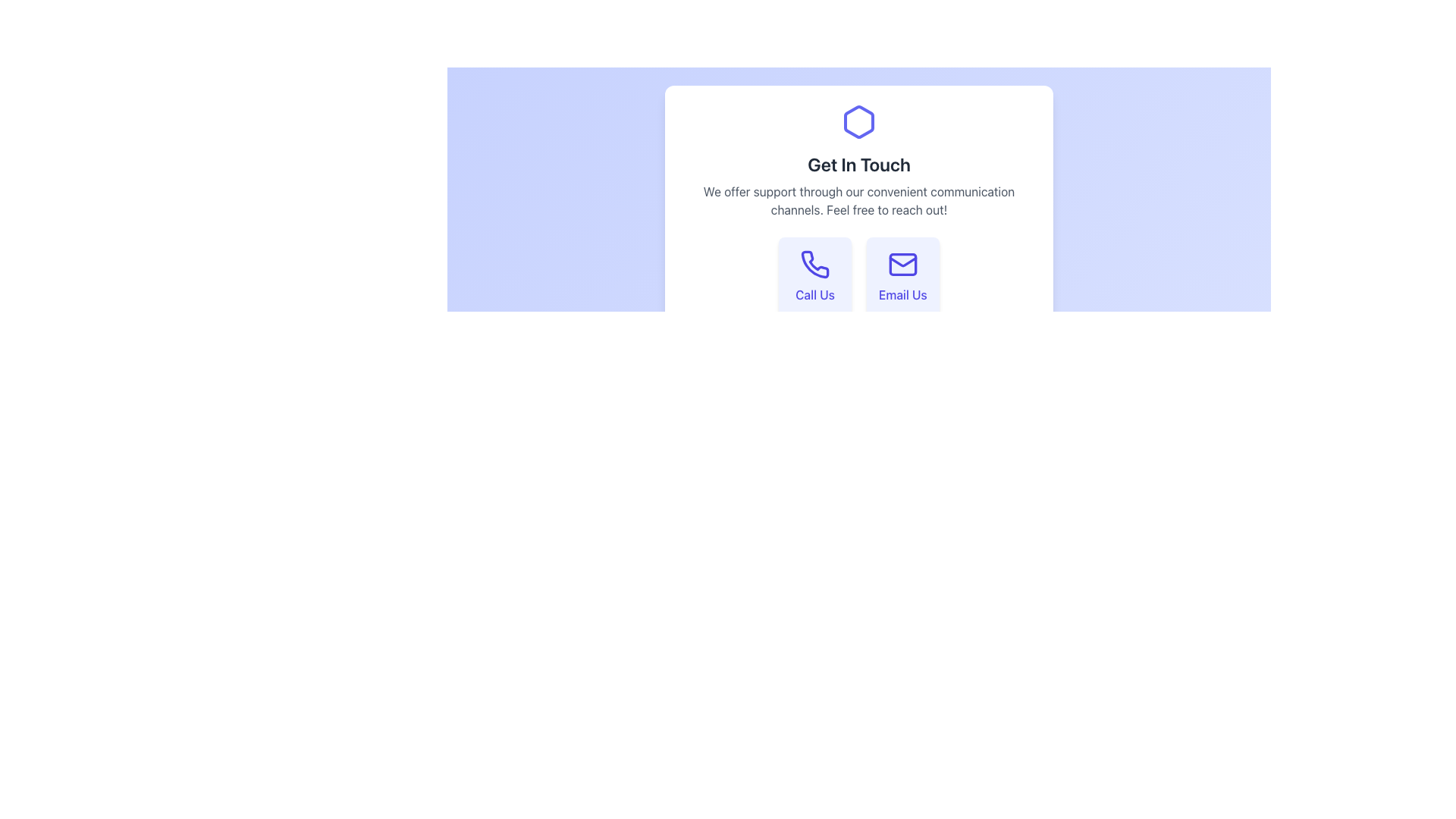  What do you see at coordinates (814, 263) in the screenshot?
I see `the indigo phone receiver icon in the 'Call Us' communication section, located to the left of the mail icon` at bounding box center [814, 263].